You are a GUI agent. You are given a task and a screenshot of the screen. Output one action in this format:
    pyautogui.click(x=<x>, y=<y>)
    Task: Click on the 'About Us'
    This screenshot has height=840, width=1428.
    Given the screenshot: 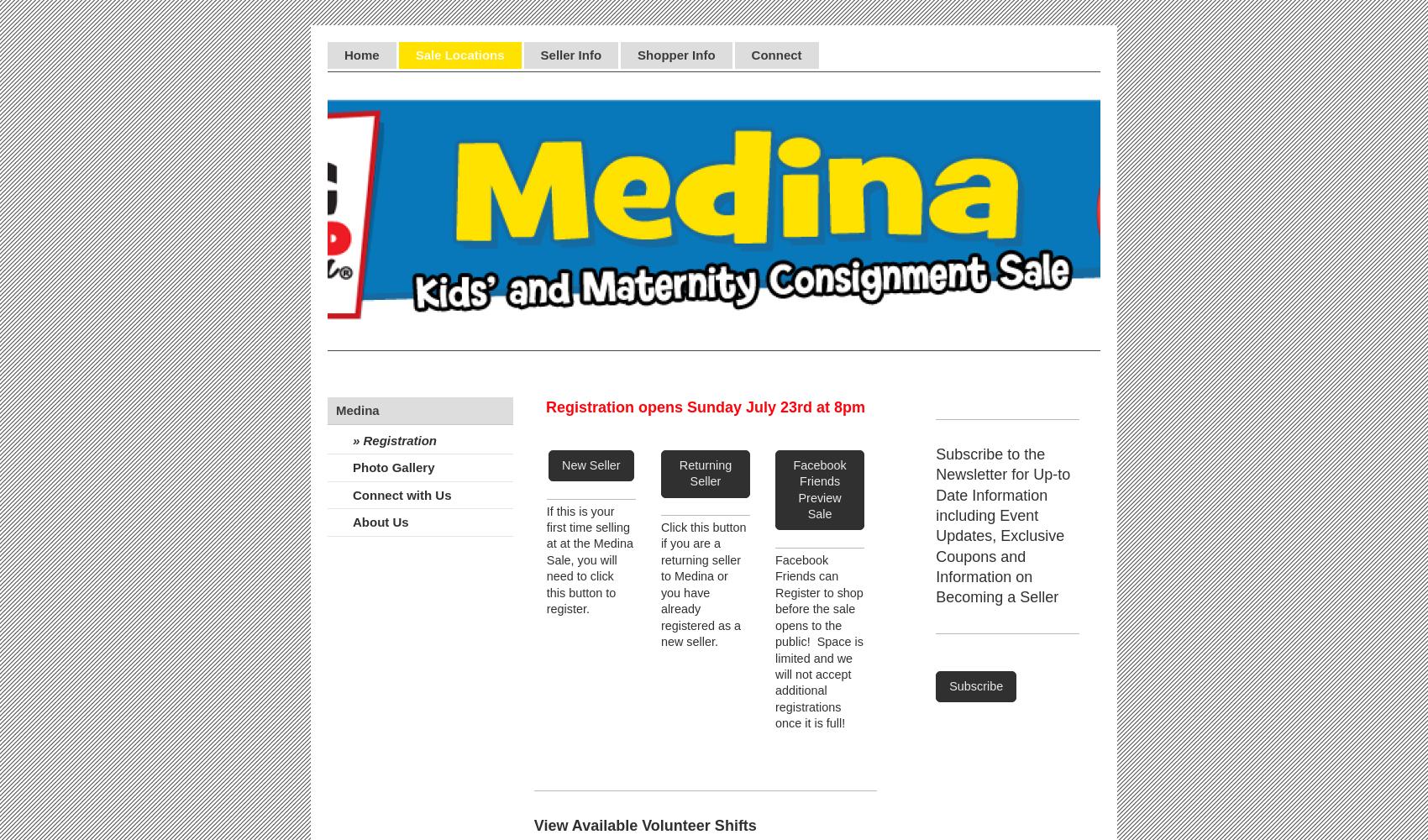 What is the action you would take?
    pyautogui.click(x=381, y=521)
    